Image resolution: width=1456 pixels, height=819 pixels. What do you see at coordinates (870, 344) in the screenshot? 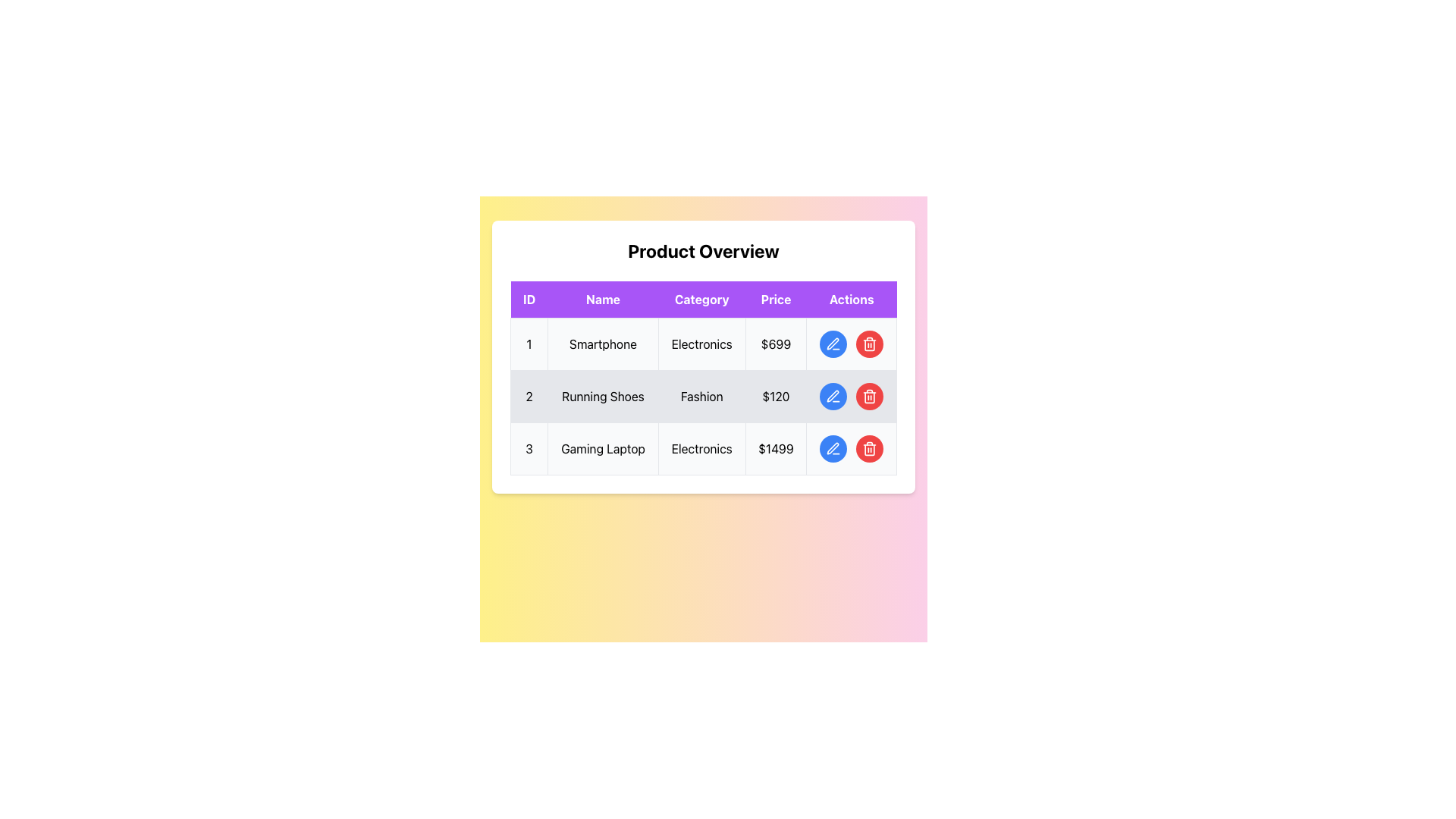
I see `the circular red button with a white trash can icon located in the 'Actions' column of the first row` at bounding box center [870, 344].